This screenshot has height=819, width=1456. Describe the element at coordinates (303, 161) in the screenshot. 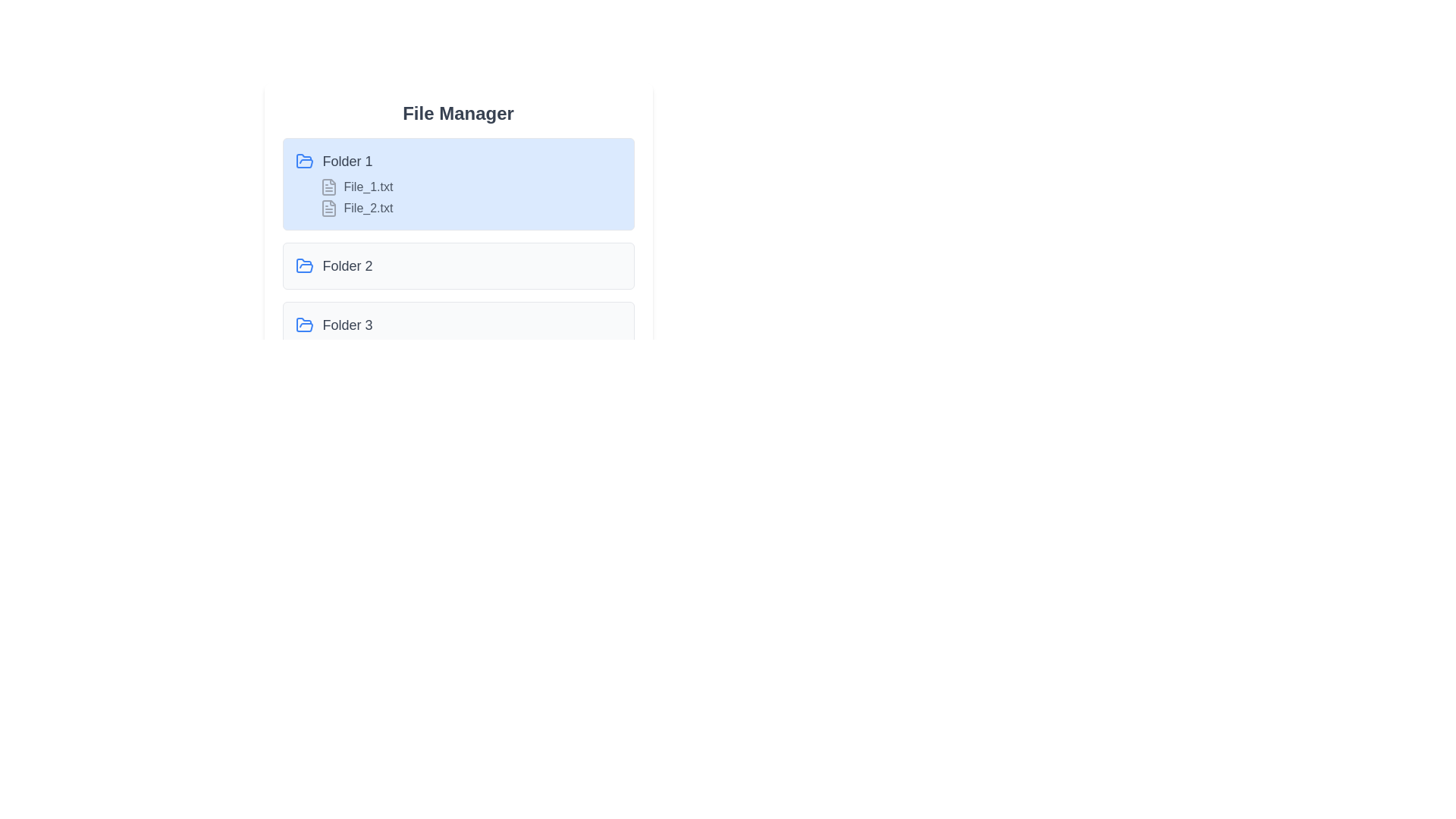

I see `the folder icon labeled 'Folder 1'` at that location.